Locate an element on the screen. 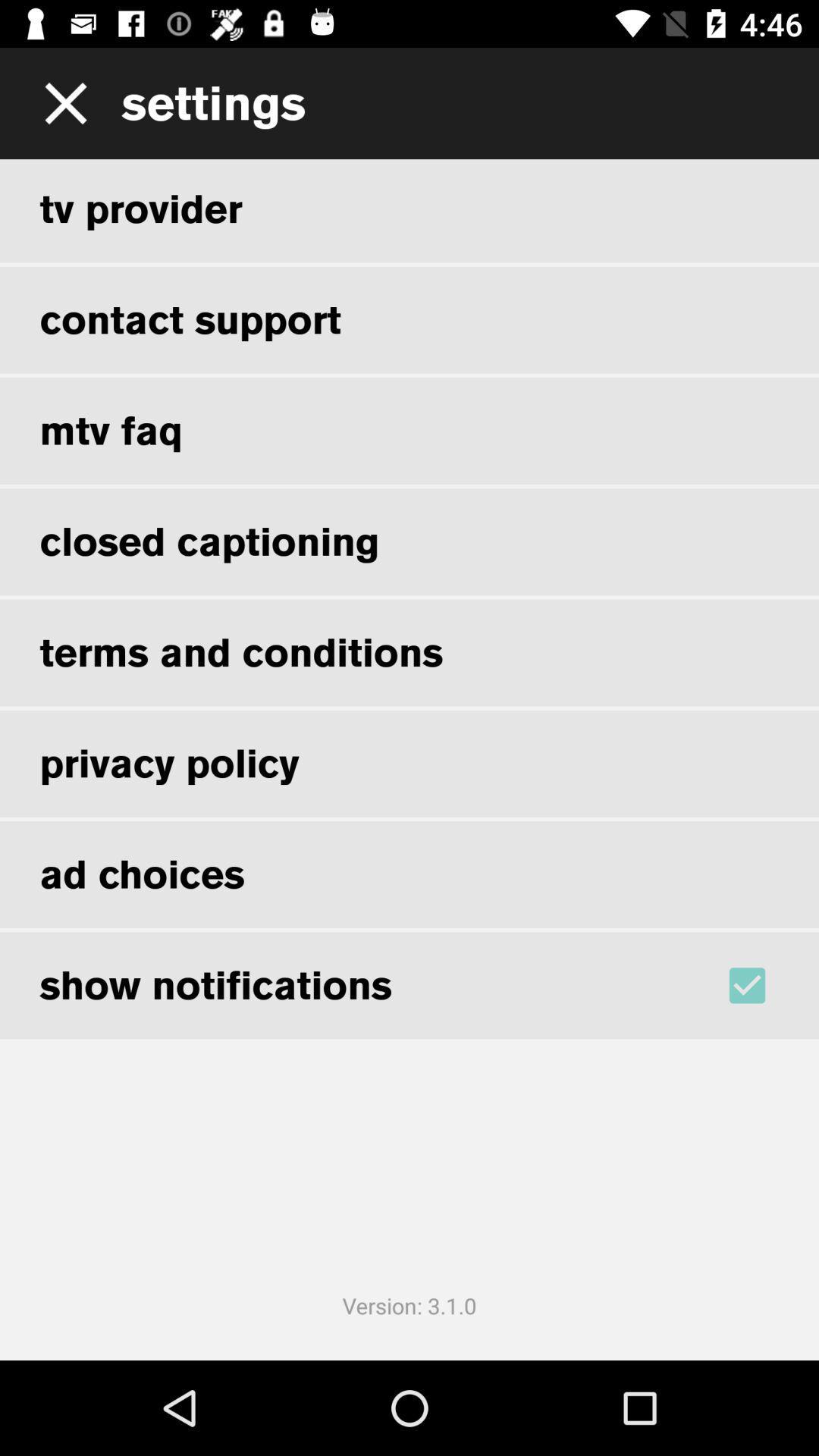 The image size is (819, 1456). the icon to the left of settings is located at coordinates (60, 102).